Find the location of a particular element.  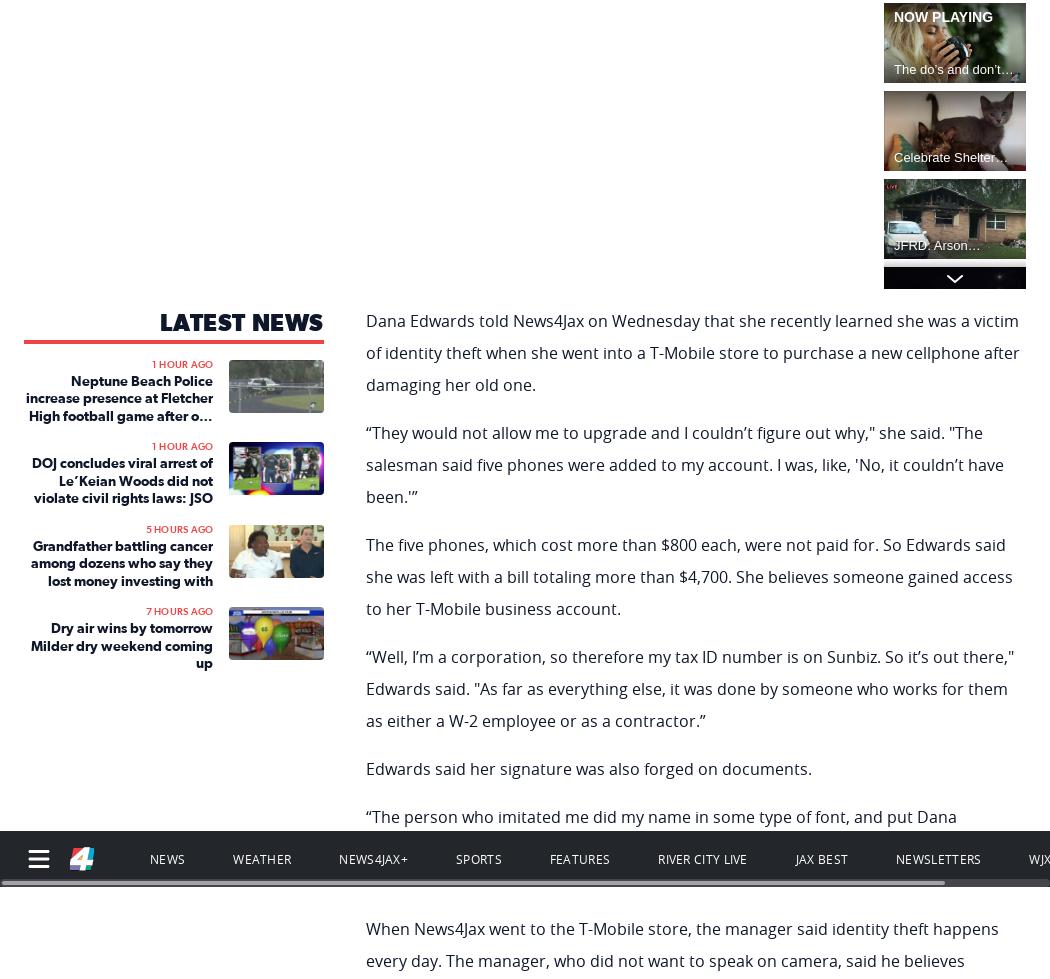

'Terms of Use' is located at coordinates (265, 837).